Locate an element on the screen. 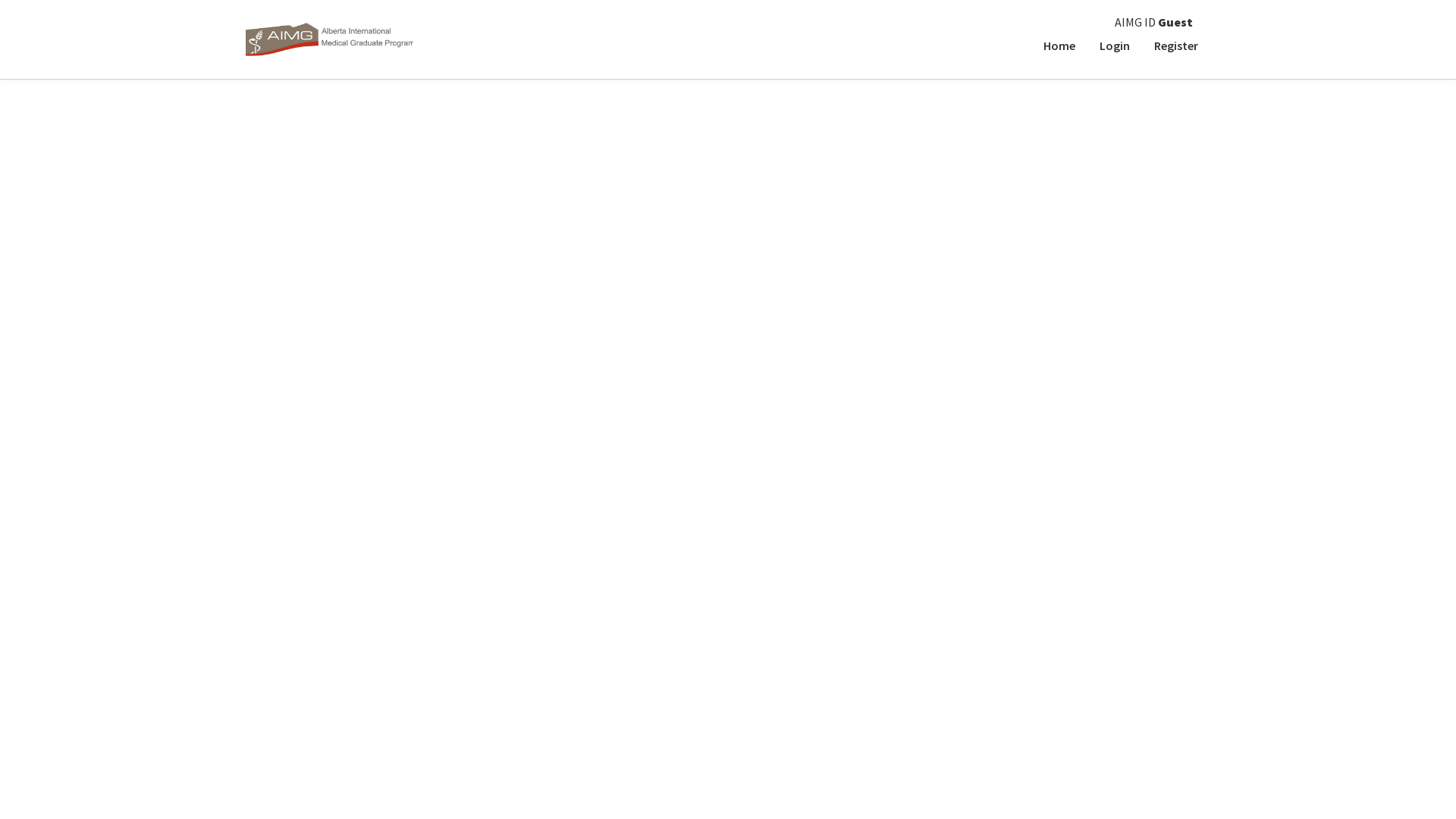 The width and height of the screenshot is (1456, 819). 'Login' is located at coordinates (1114, 45).